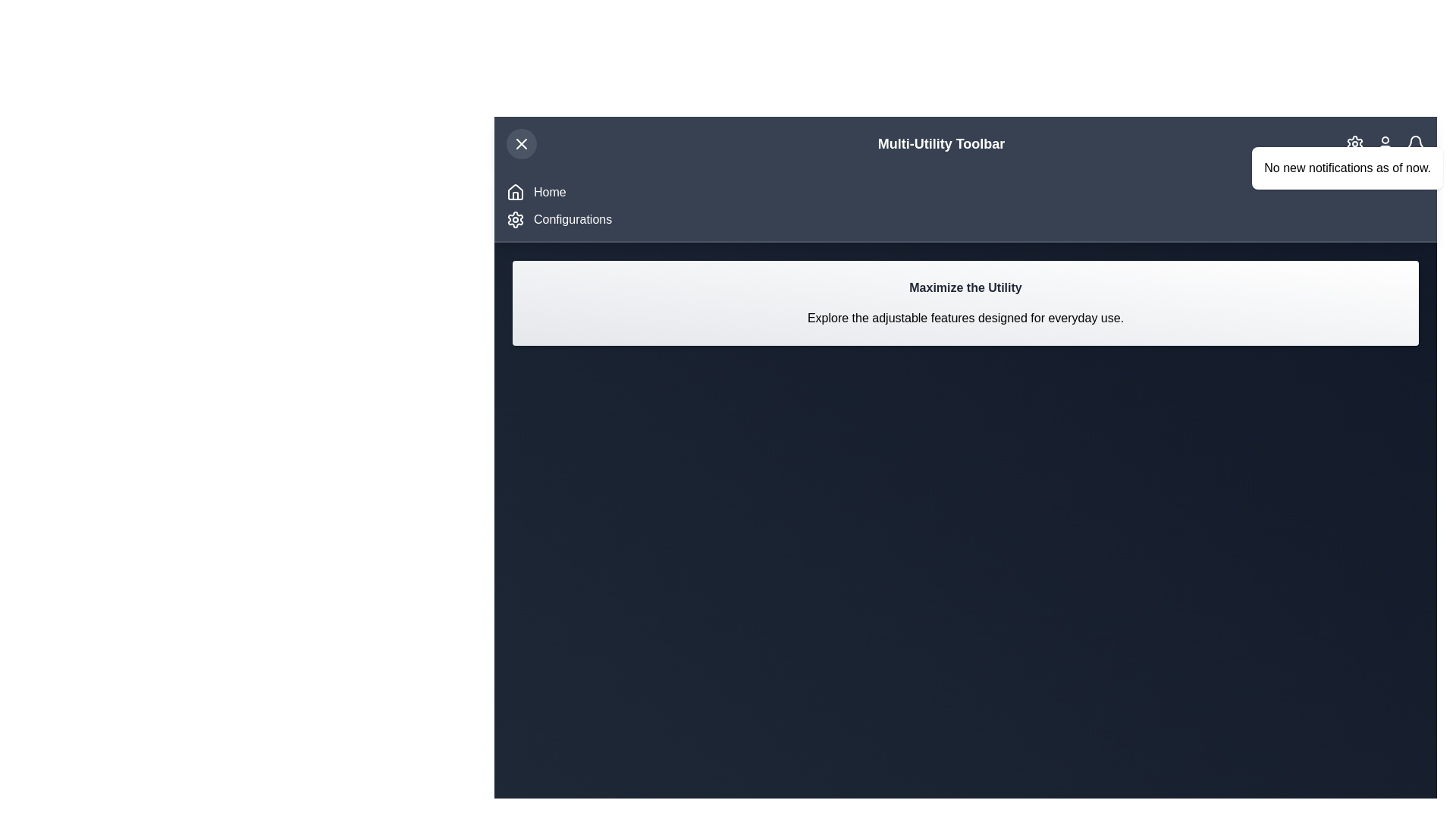 The height and width of the screenshot is (819, 1456). Describe the element at coordinates (571, 219) in the screenshot. I see `the 'Configurations' option in the navigation` at that location.